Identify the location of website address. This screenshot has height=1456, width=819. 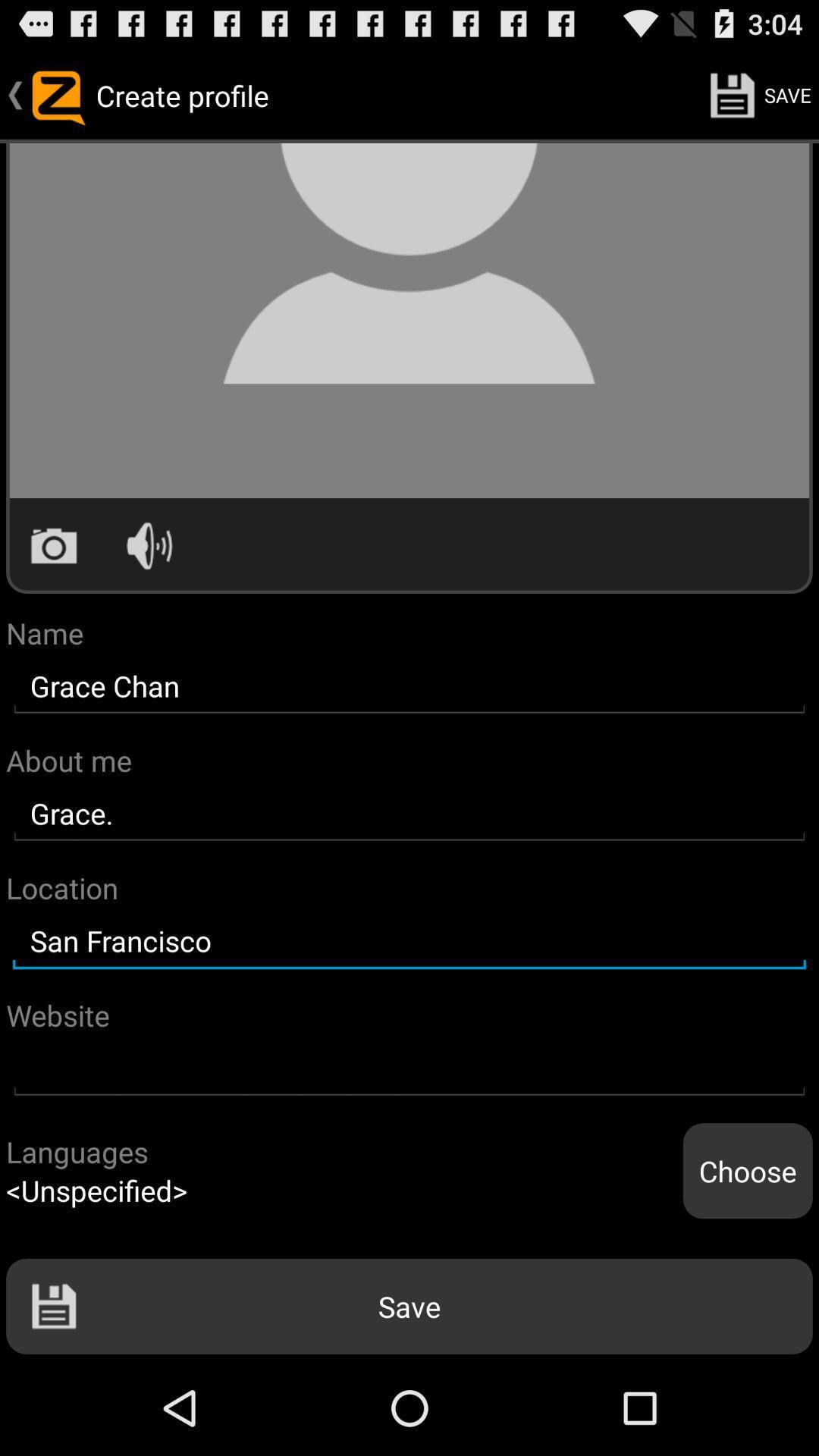
(409, 1068).